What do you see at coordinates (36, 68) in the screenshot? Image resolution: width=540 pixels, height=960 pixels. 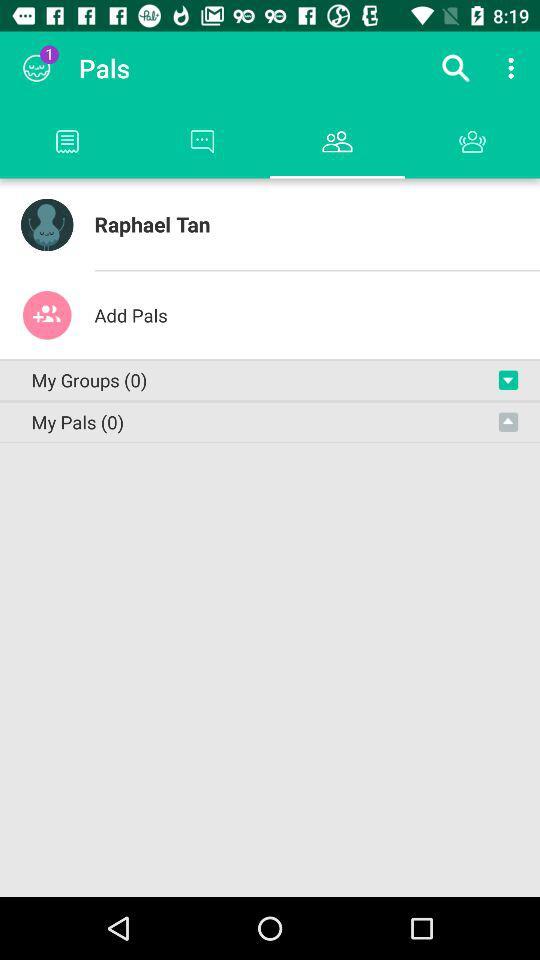 I see `the item next to the pals icon` at bounding box center [36, 68].